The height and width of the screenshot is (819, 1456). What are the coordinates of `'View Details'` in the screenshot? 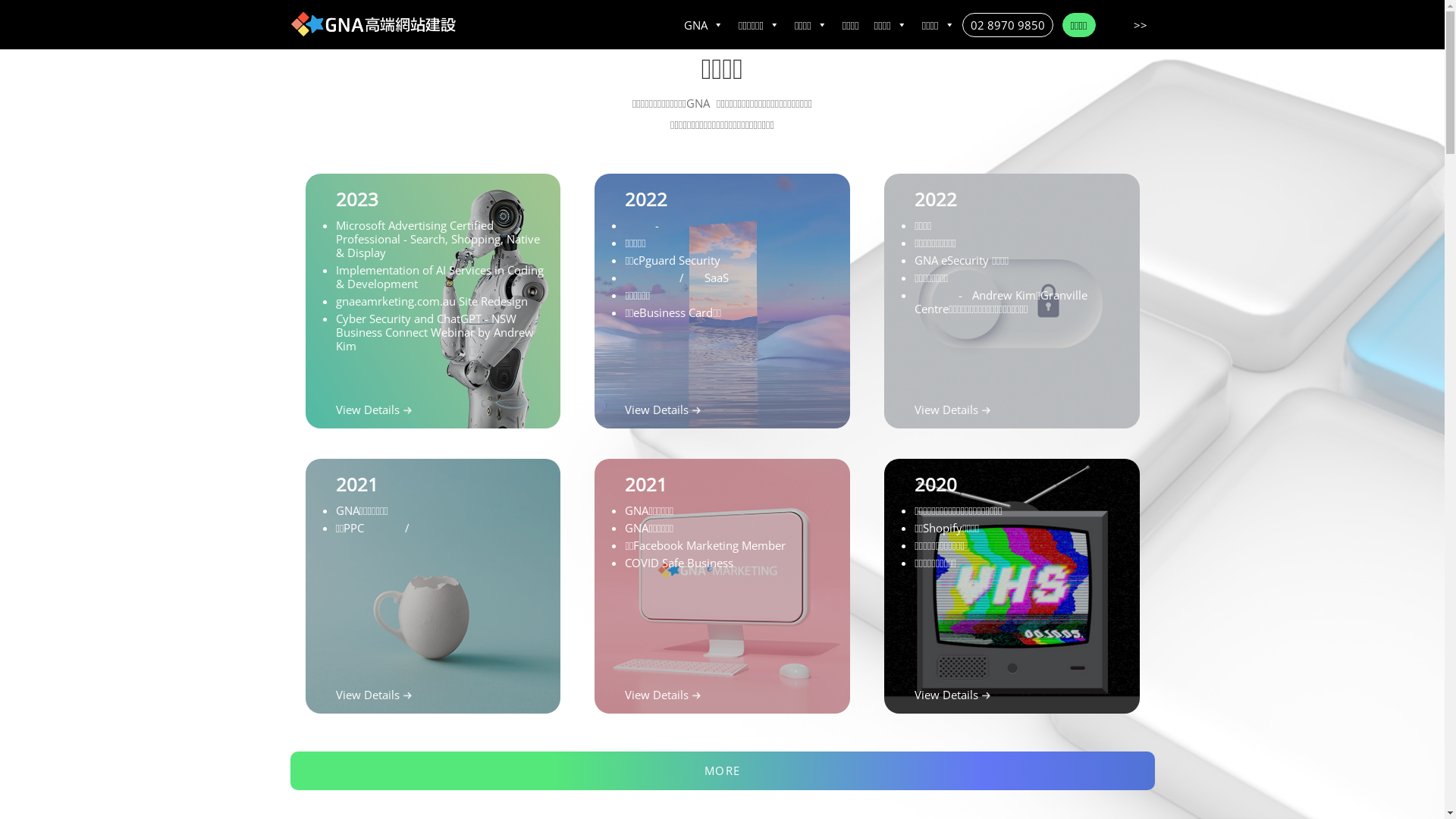 It's located at (656, 409).